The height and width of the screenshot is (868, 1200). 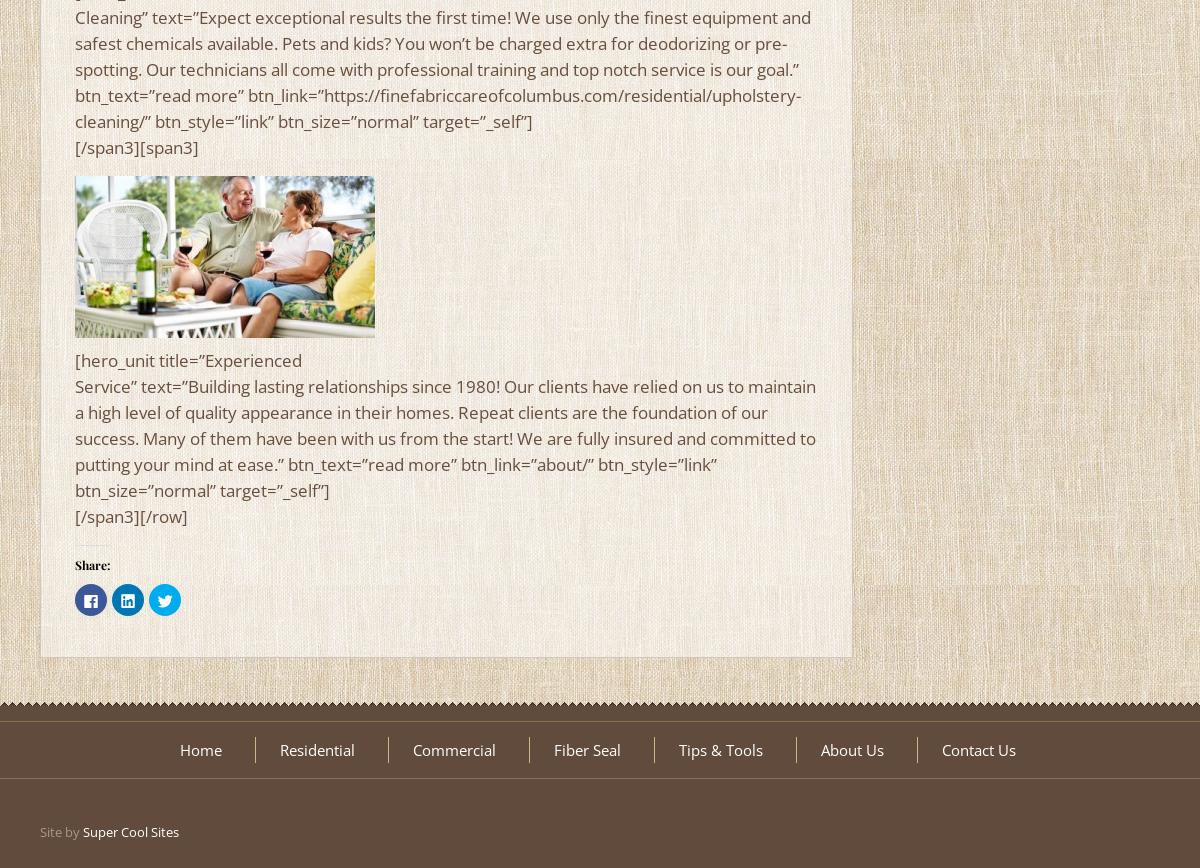 I want to click on 'Home', so click(x=199, y=750).